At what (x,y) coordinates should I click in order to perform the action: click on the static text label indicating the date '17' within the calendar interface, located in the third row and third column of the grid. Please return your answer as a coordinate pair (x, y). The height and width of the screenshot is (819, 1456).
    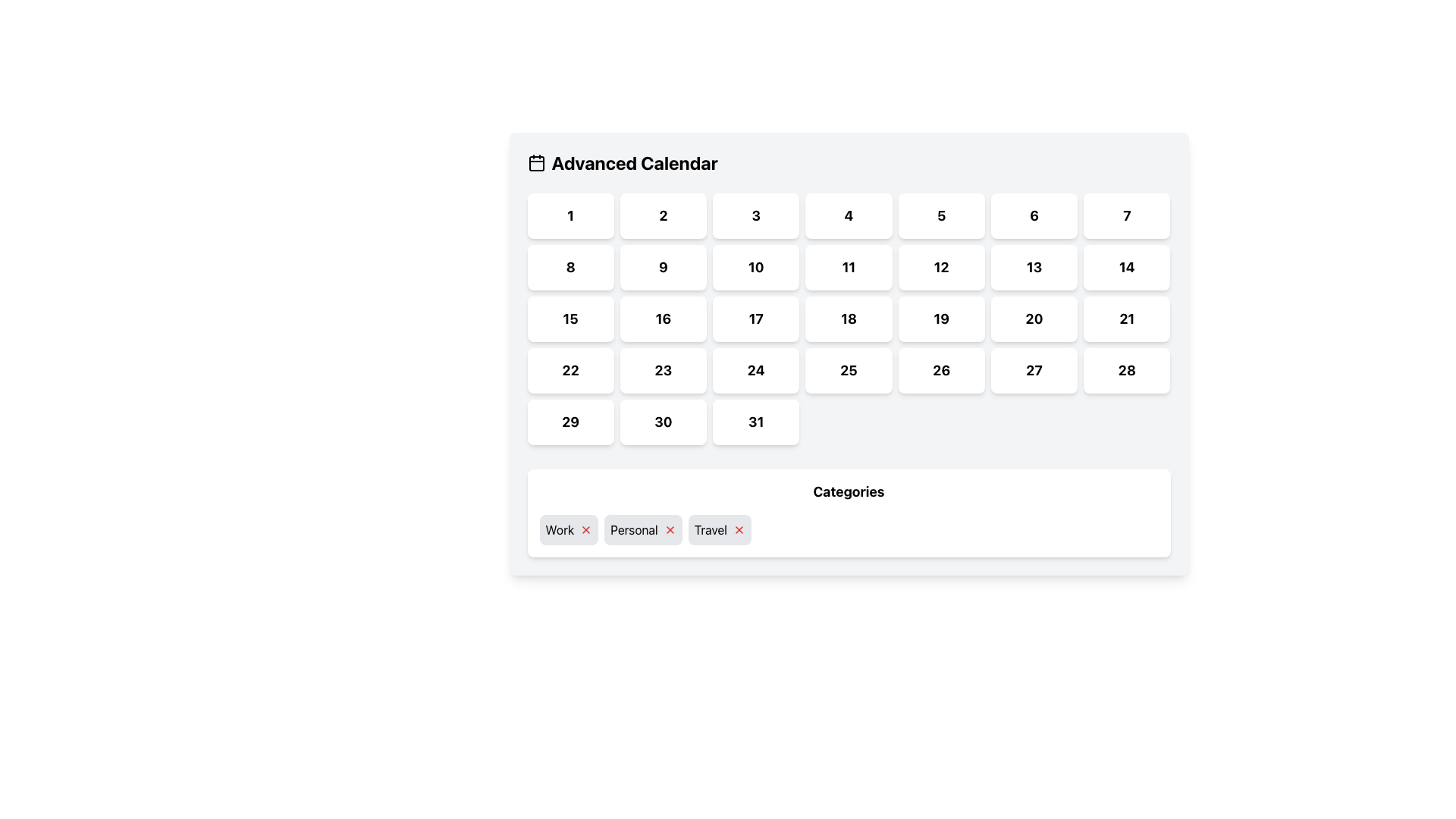
    Looking at the image, I should click on (756, 318).